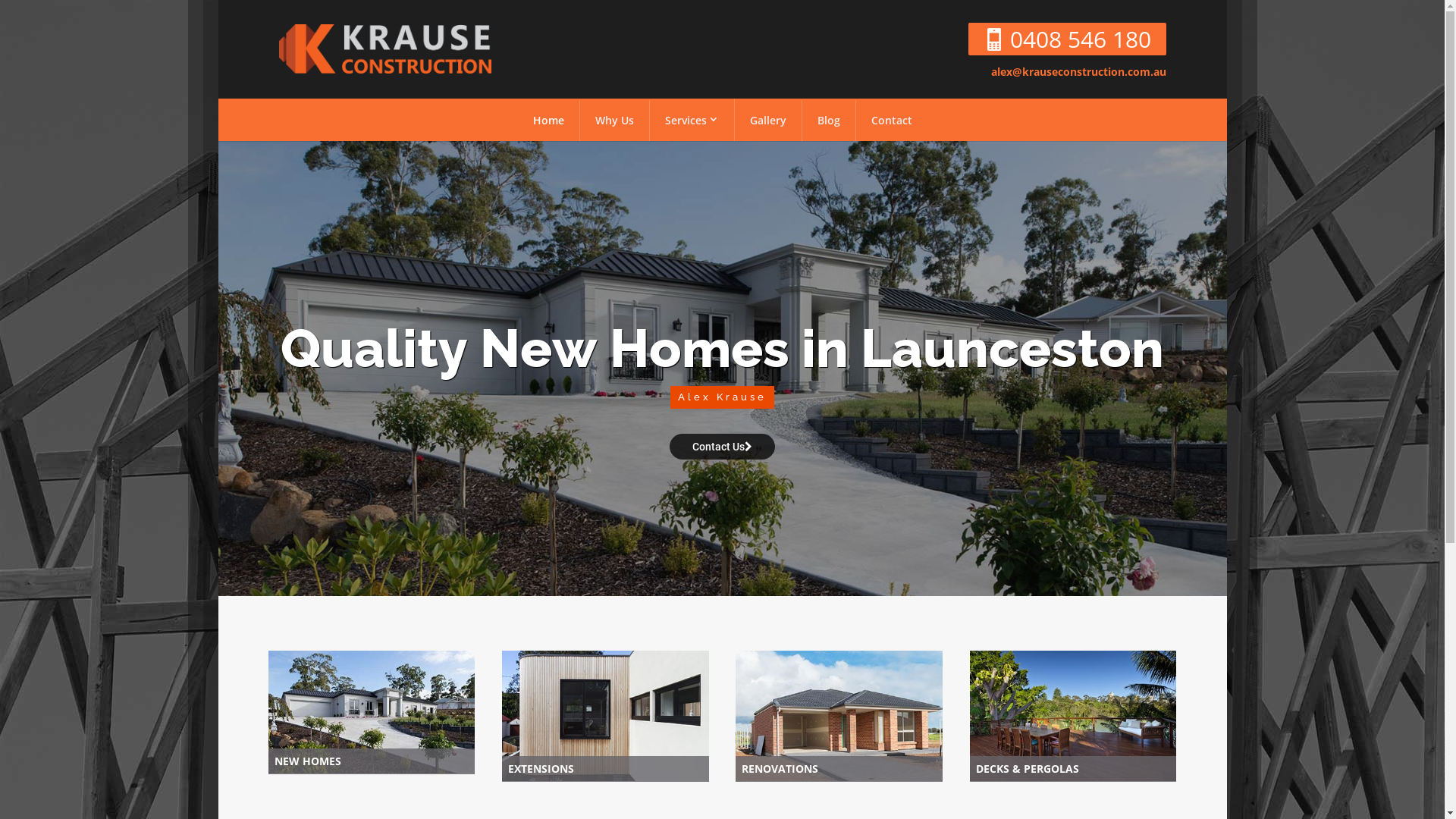  Describe the element at coordinates (828, 119) in the screenshot. I see `'Blog'` at that location.